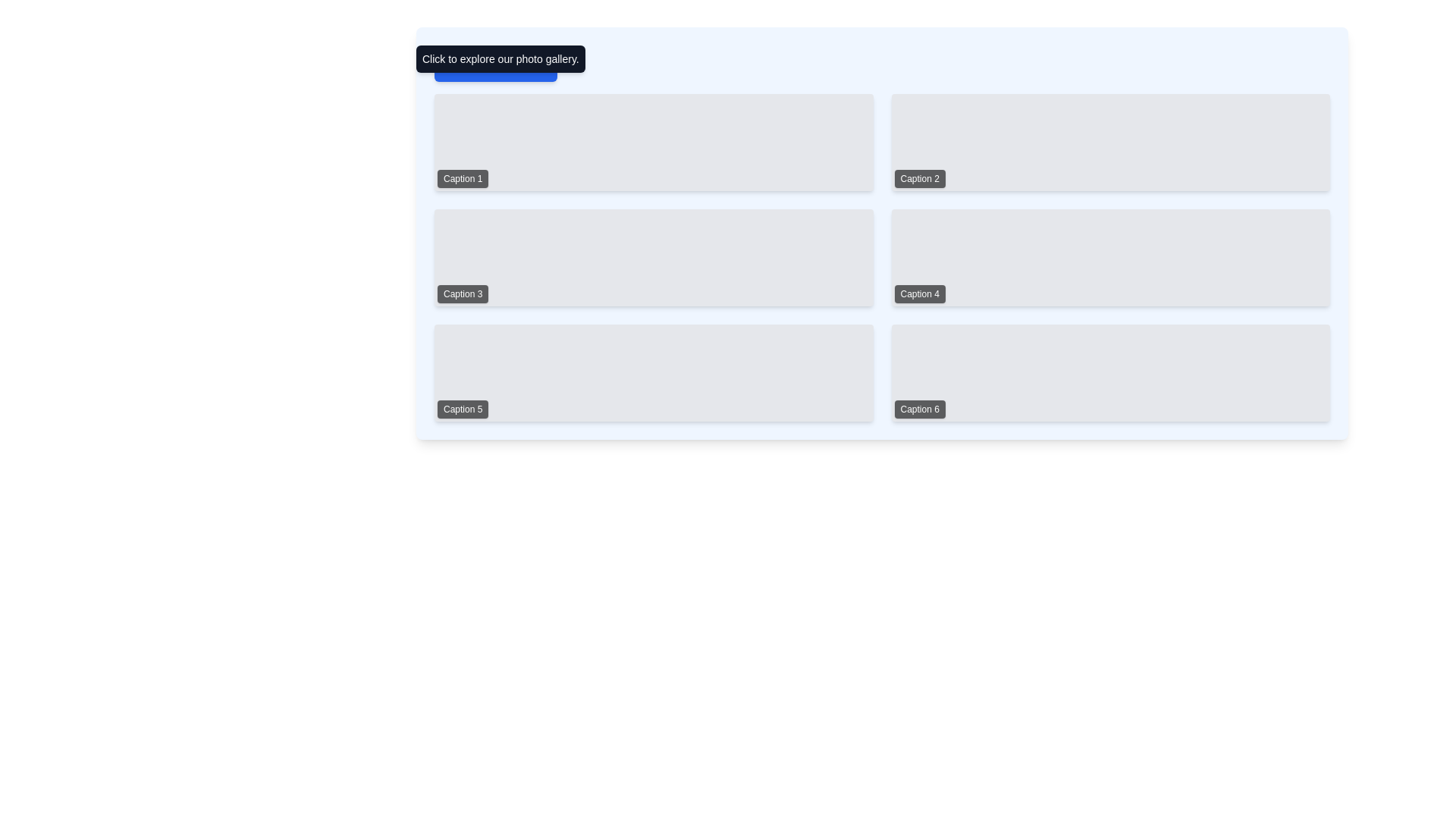  I want to click on the larger circular base of the info icon located in the top left area of the interface, so click(457, 63).